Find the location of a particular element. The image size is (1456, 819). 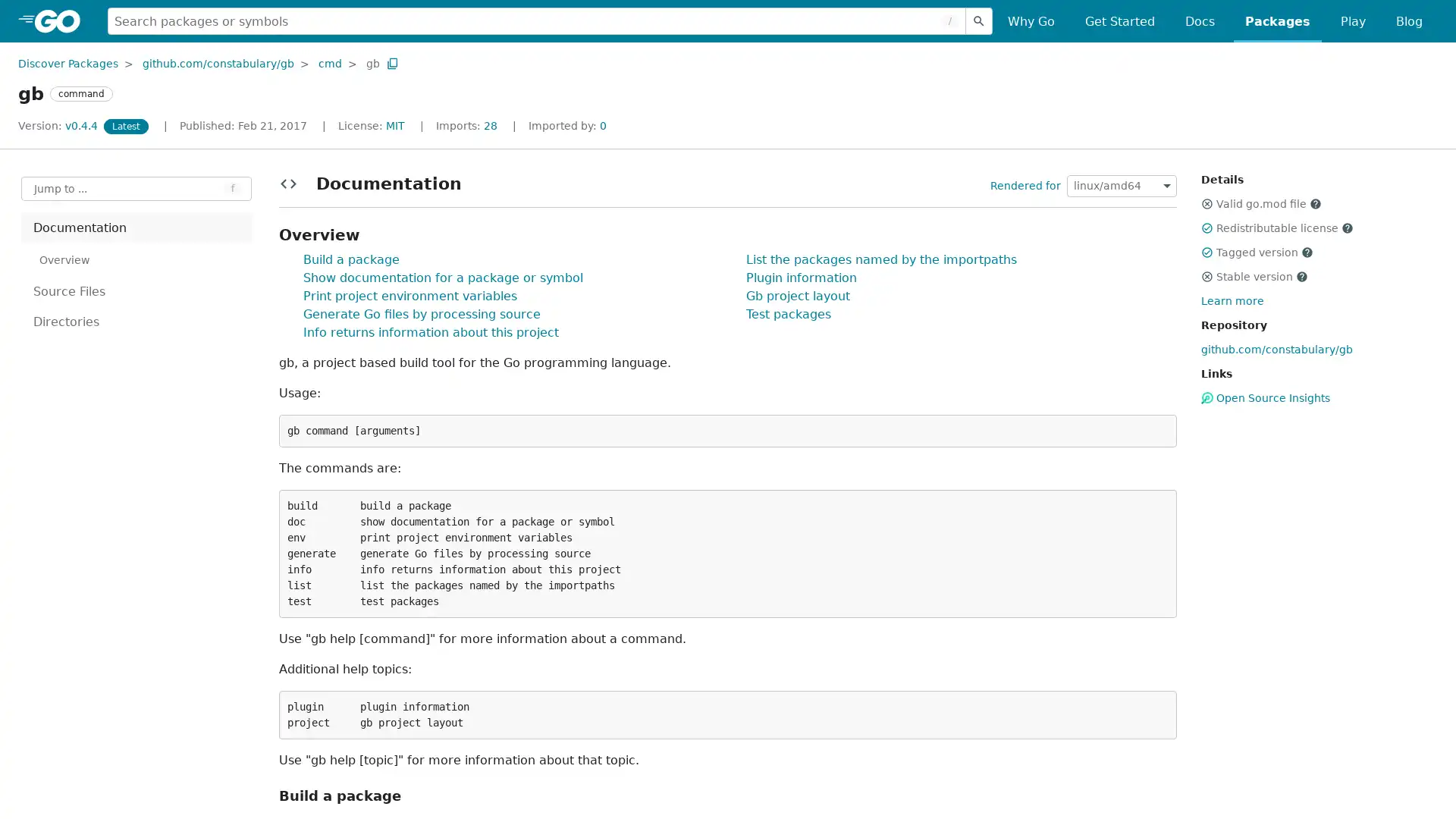

Copy Path to Clipboard is located at coordinates (392, 62).